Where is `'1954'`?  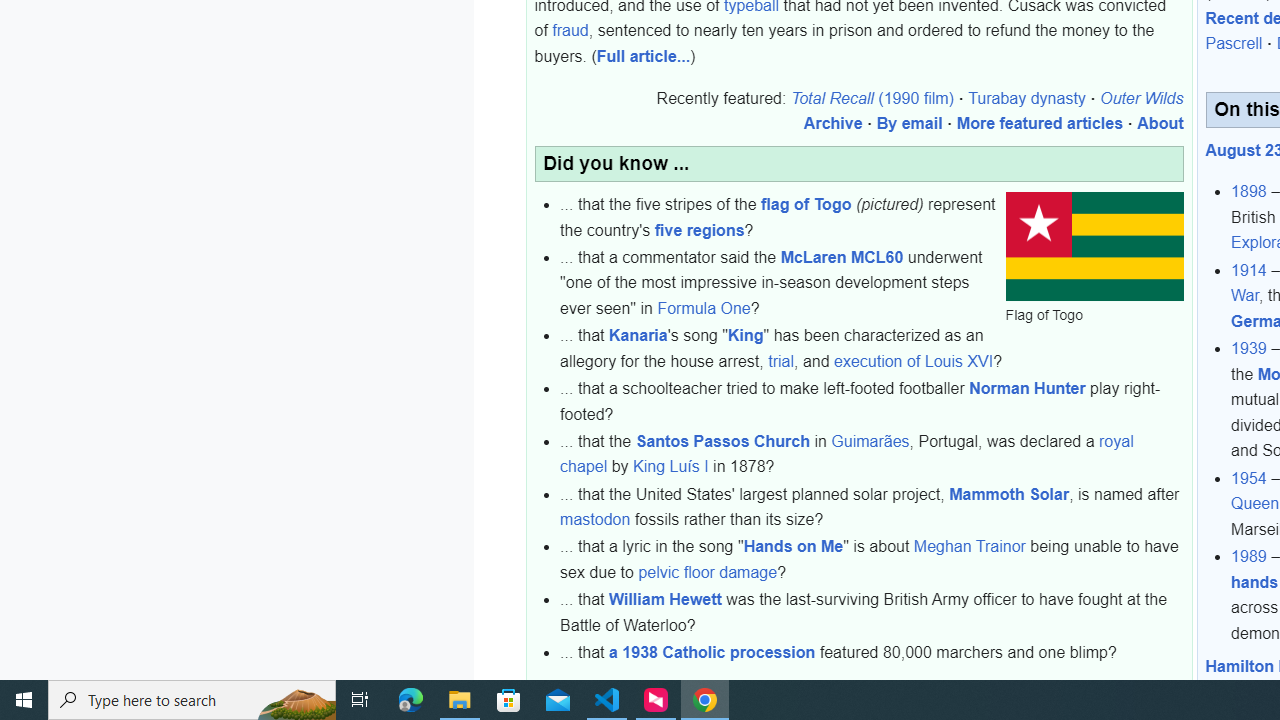 '1954' is located at coordinates (1248, 477).